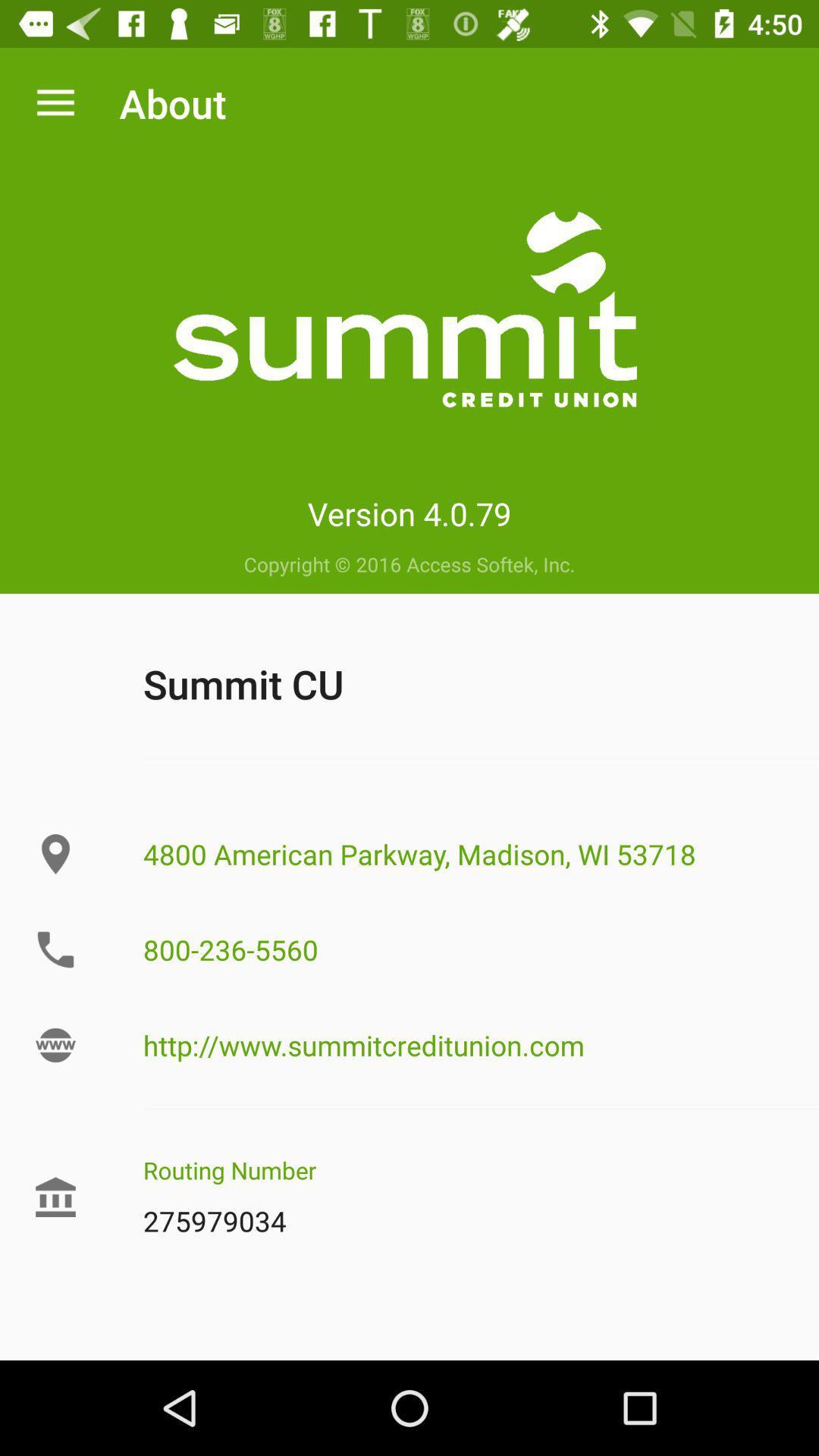  Describe the element at coordinates (55, 854) in the screenshot. I see `the location icon` at that location.